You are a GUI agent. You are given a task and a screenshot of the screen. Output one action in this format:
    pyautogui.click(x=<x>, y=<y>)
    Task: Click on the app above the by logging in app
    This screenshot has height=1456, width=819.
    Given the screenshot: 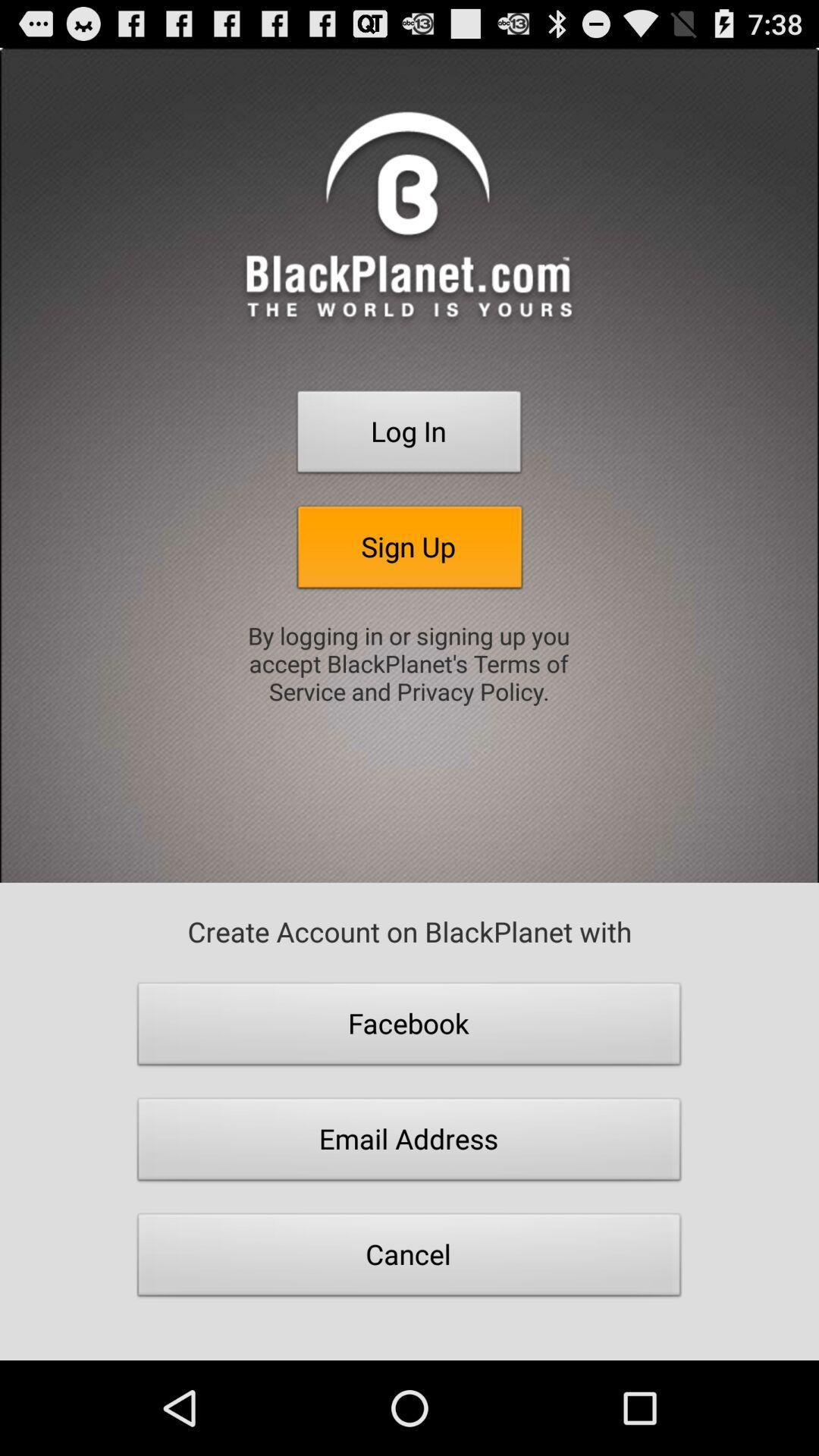 What is the action you would take?
    pyautogui.click(x=409, y=551)
    